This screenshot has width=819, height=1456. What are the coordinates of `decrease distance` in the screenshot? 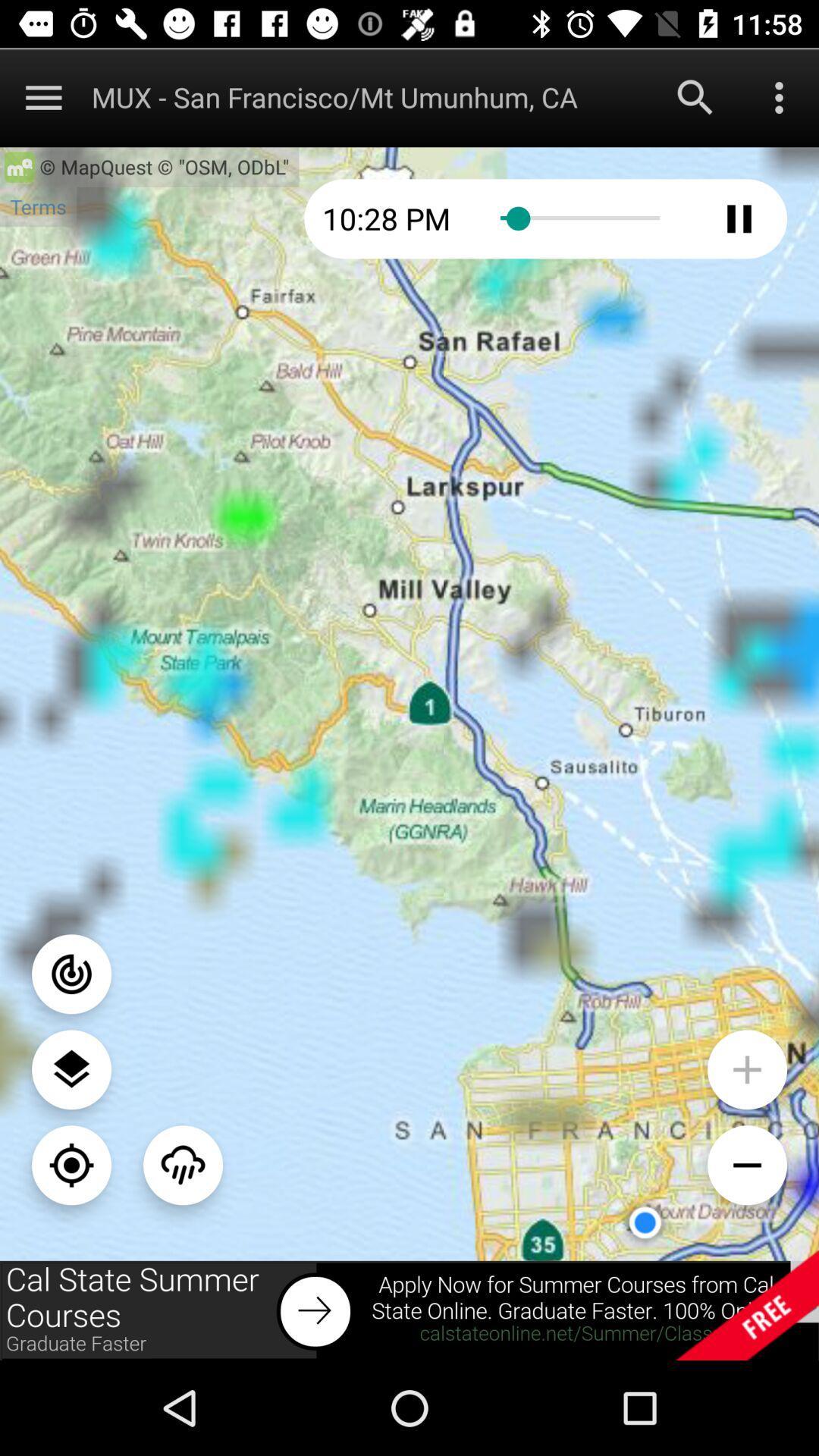 It's located at (746, 1164).